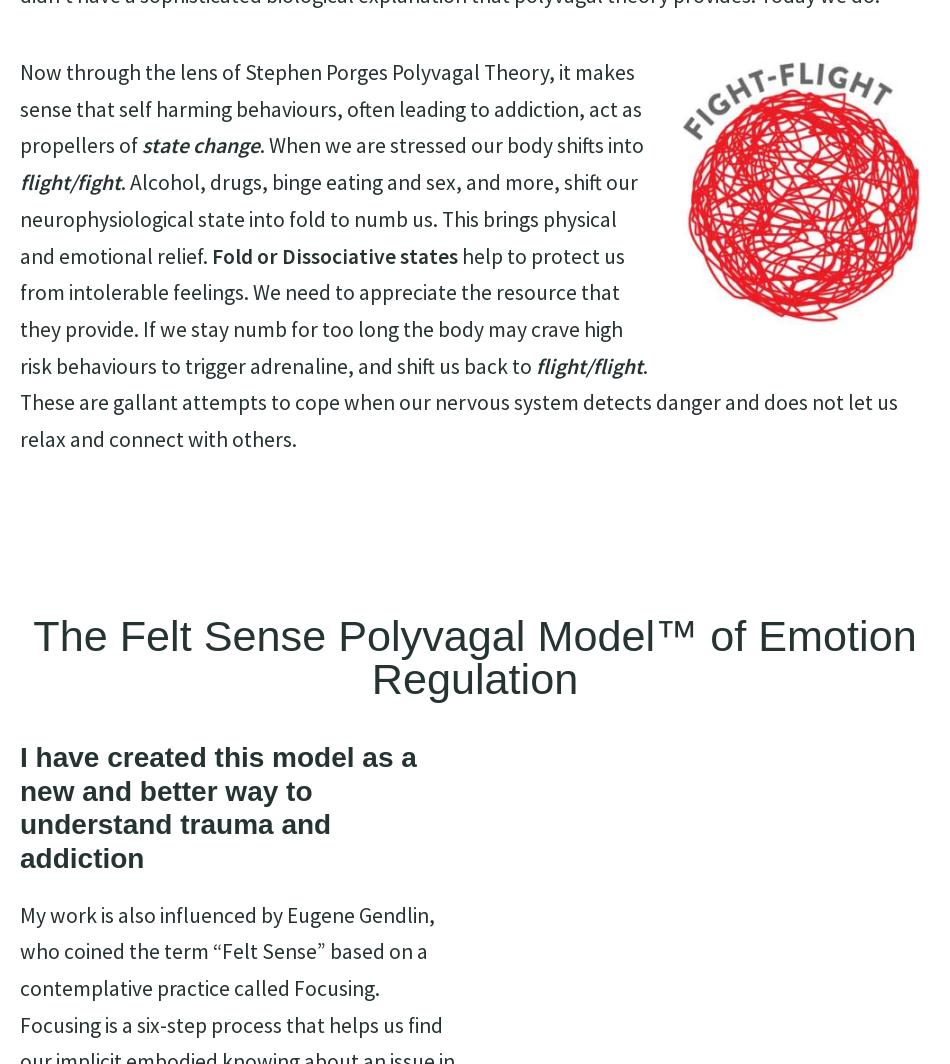 This screenshot has width=950, height=1064. Describe the element at coordinates (201, 145) in the screenshot. I see `'state change'` at that location.